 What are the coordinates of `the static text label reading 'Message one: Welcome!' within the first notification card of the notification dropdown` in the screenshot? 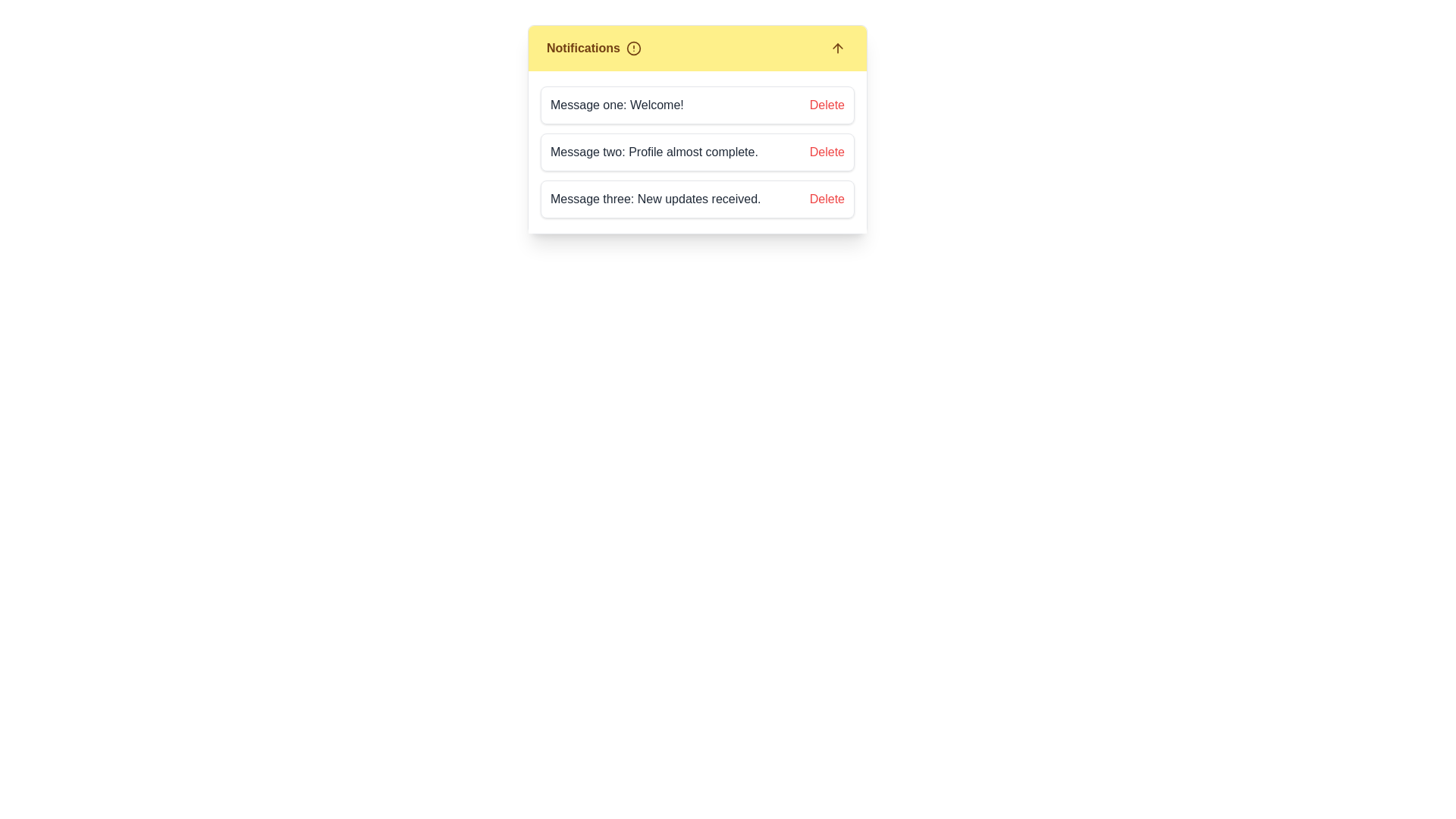 It's located at (620, 104).